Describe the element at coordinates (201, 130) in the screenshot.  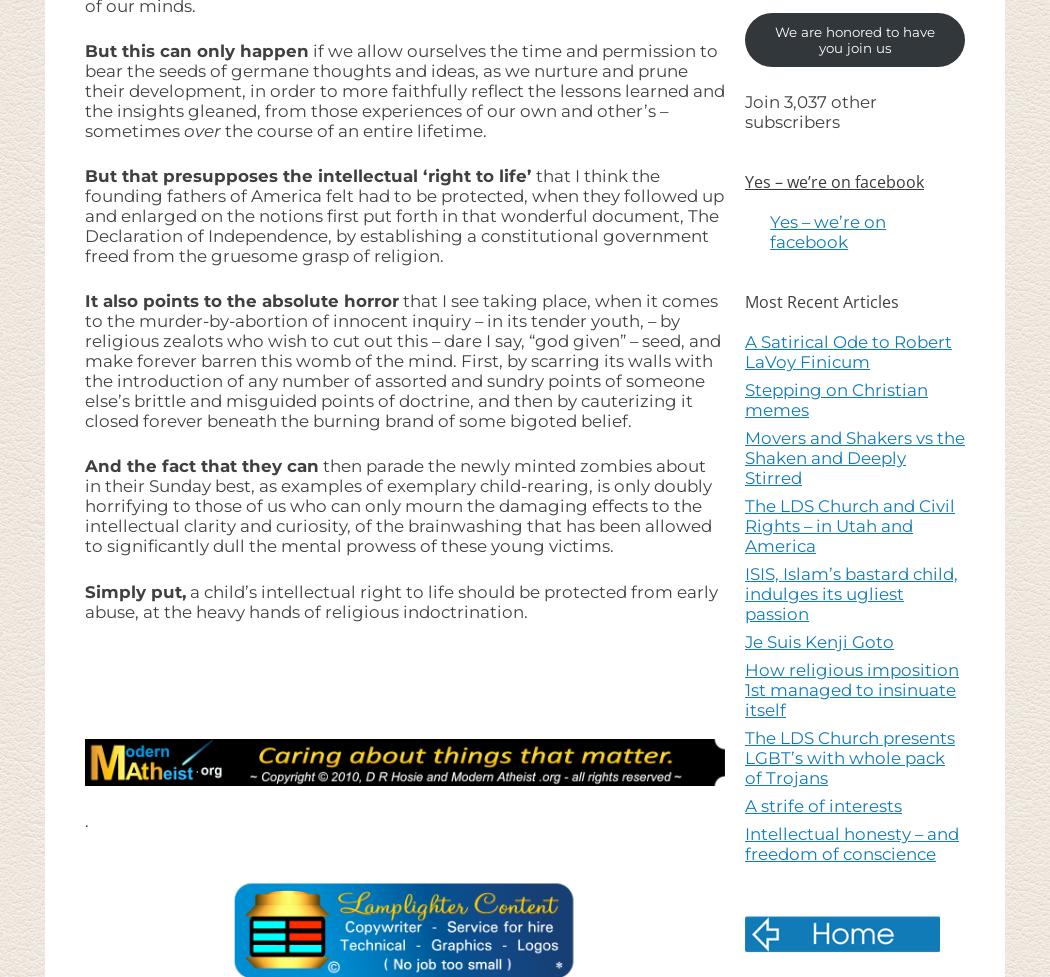
I see `'over'` at that location.